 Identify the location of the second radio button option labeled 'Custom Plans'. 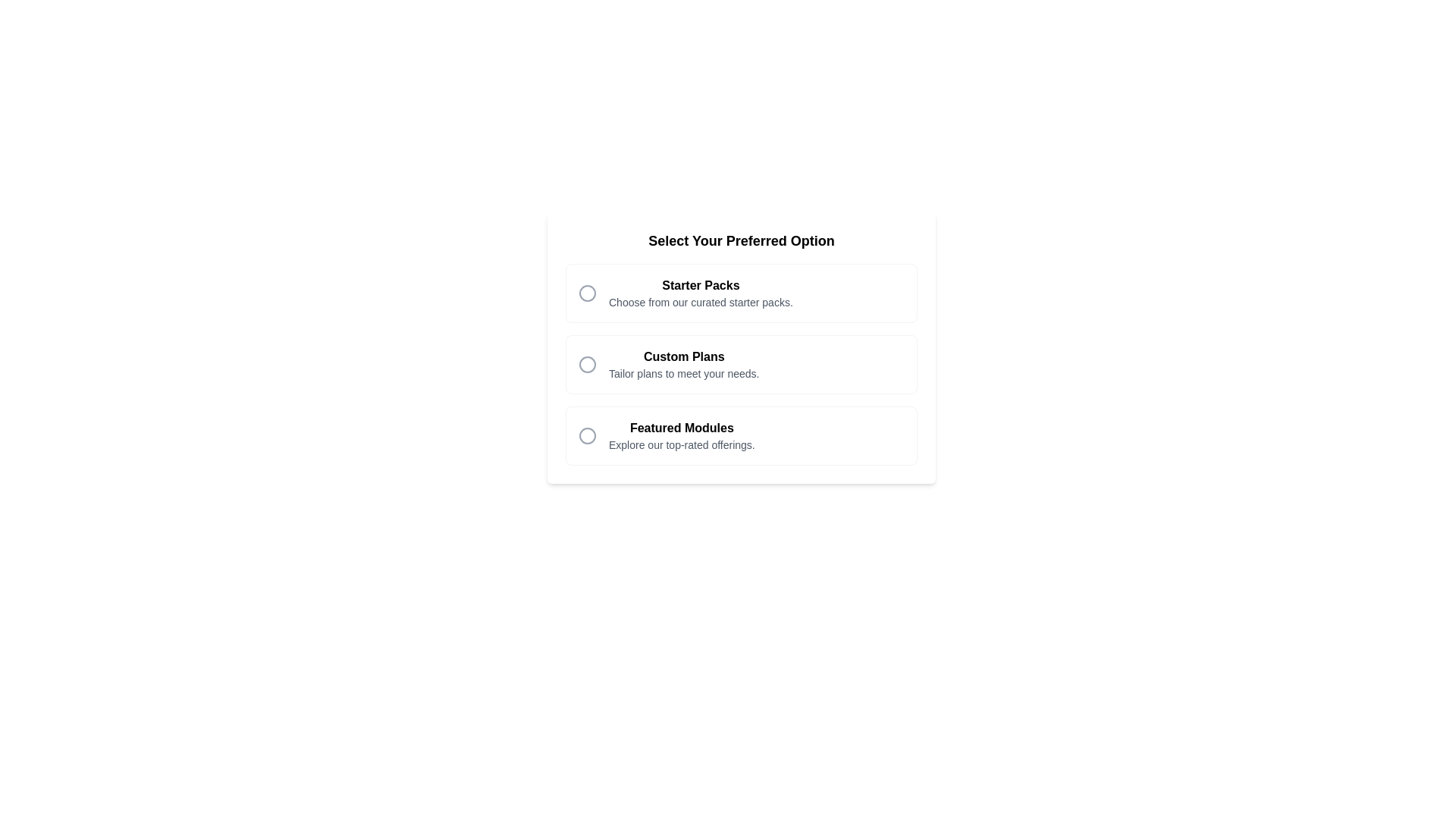
(742, 365).